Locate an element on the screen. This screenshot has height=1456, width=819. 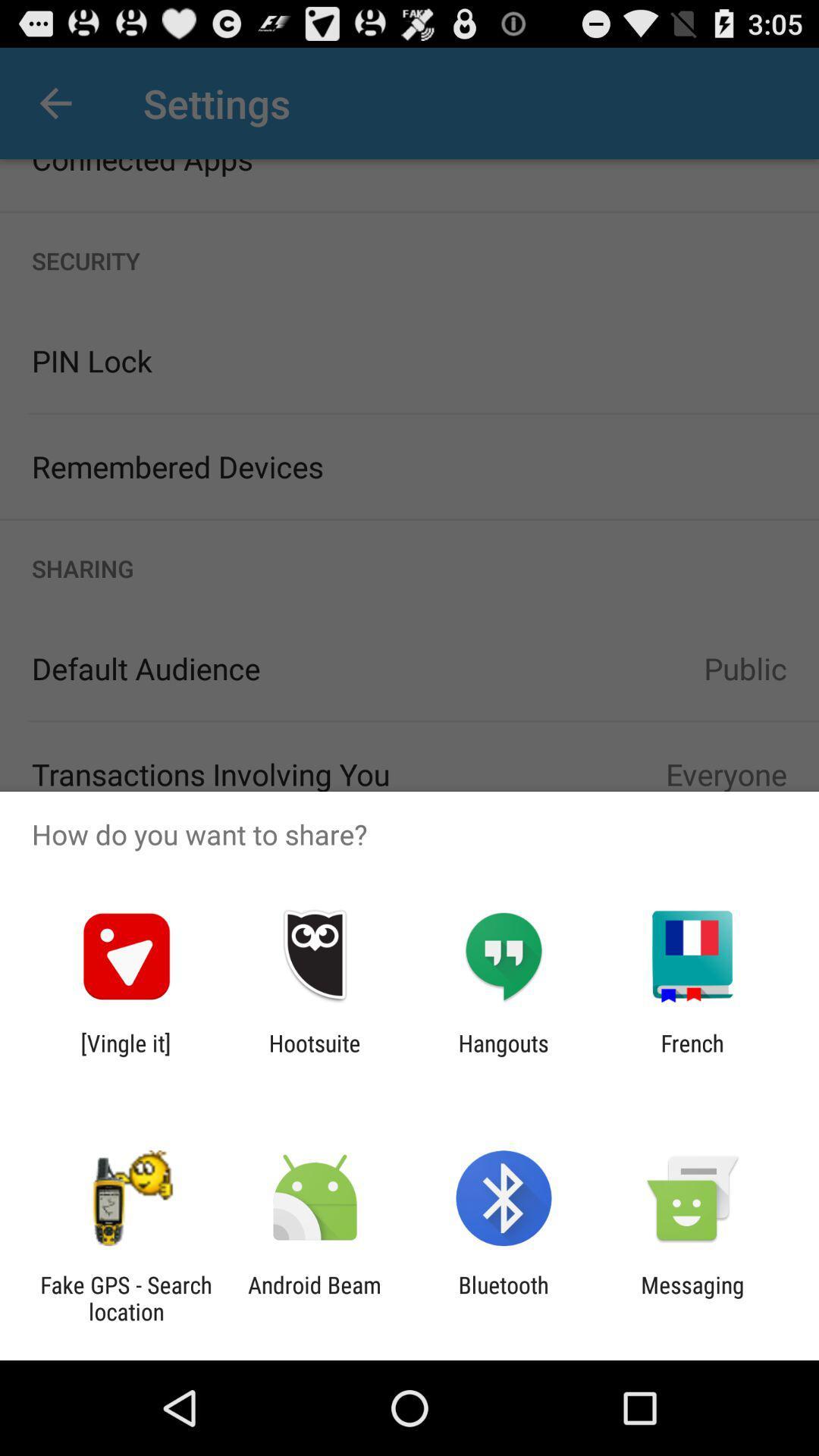
the [vingle it] app is located at coordinates (125, 1056).